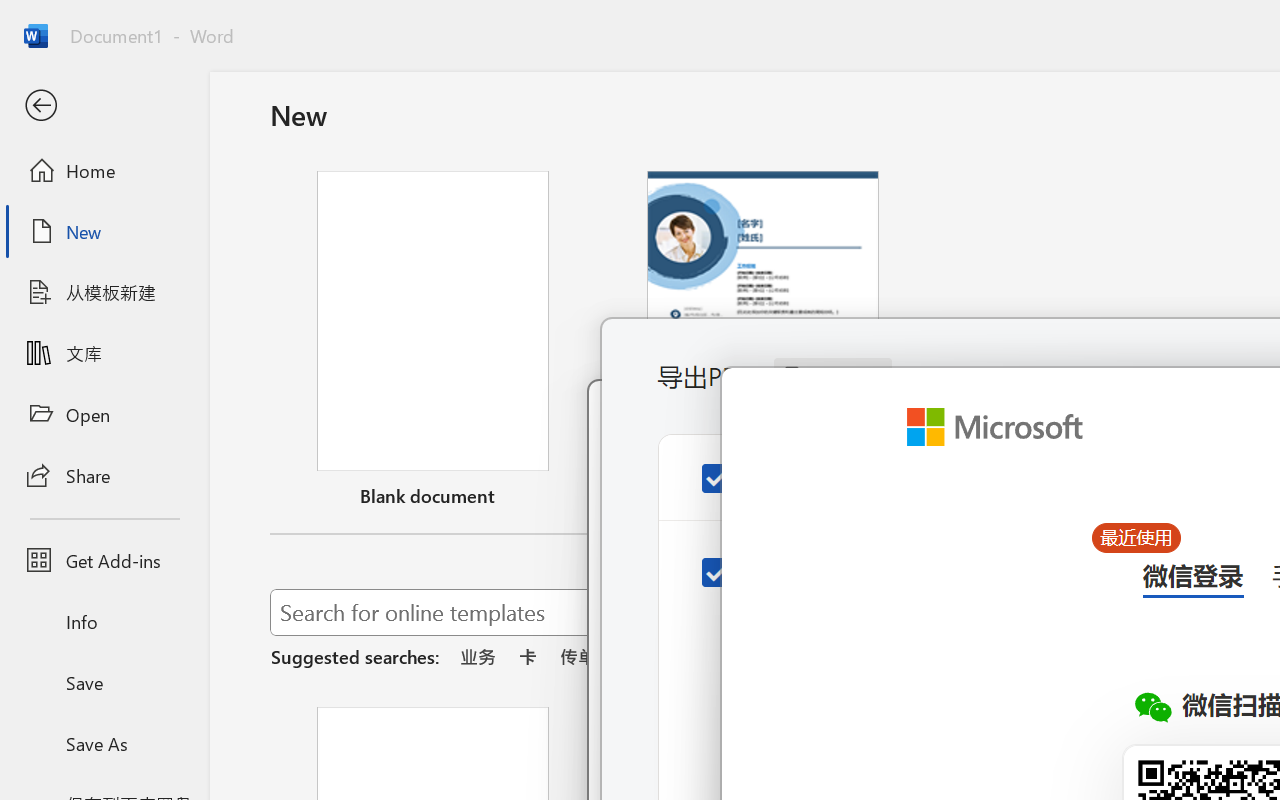 Image resolution: width=1280 pixels, height=800 pixels. What do you see at coordinates (103, 621) in the screenshot?
I see `'Info'` at bounding box center [103, 621].